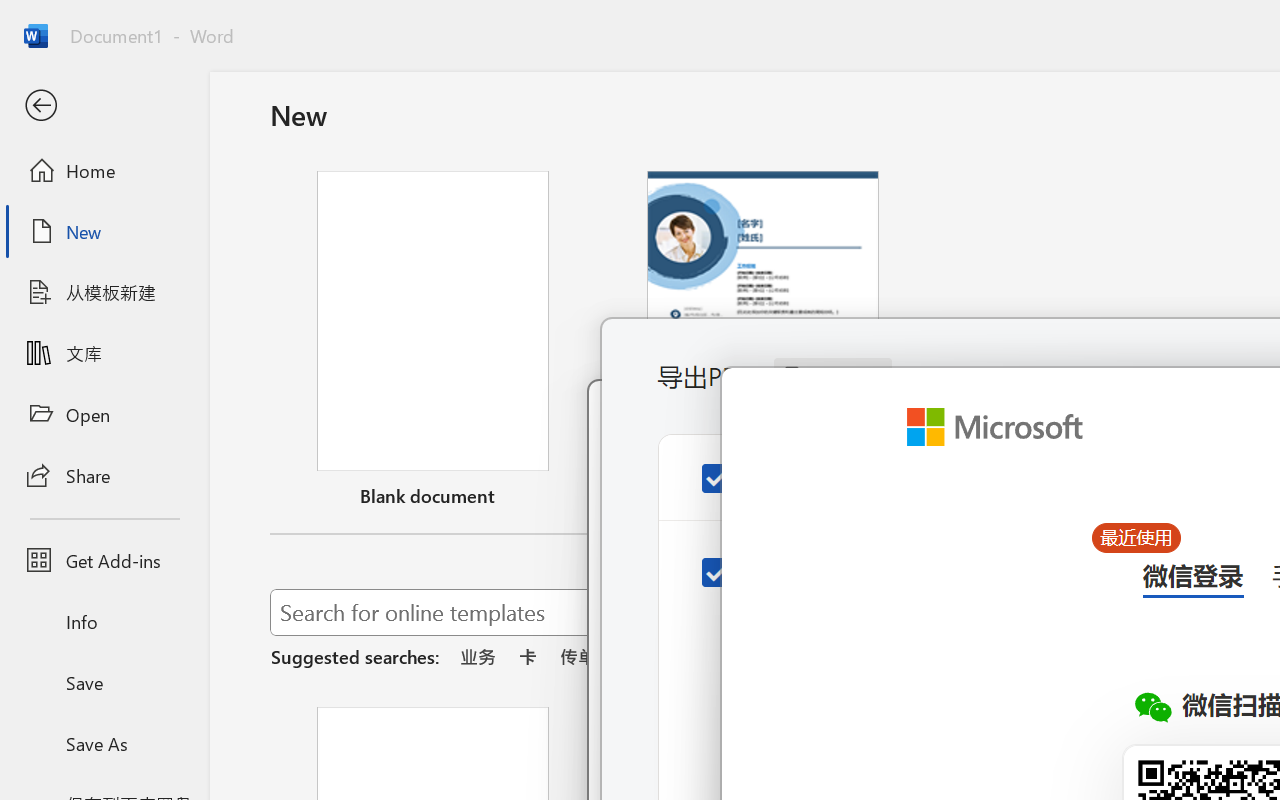 Image resolution: width=1280 pixels, height=800 pixels. What do you see at coordinates (103, 621) in the screenshot?
I see `'Info'` at bounding box center [103, 621].